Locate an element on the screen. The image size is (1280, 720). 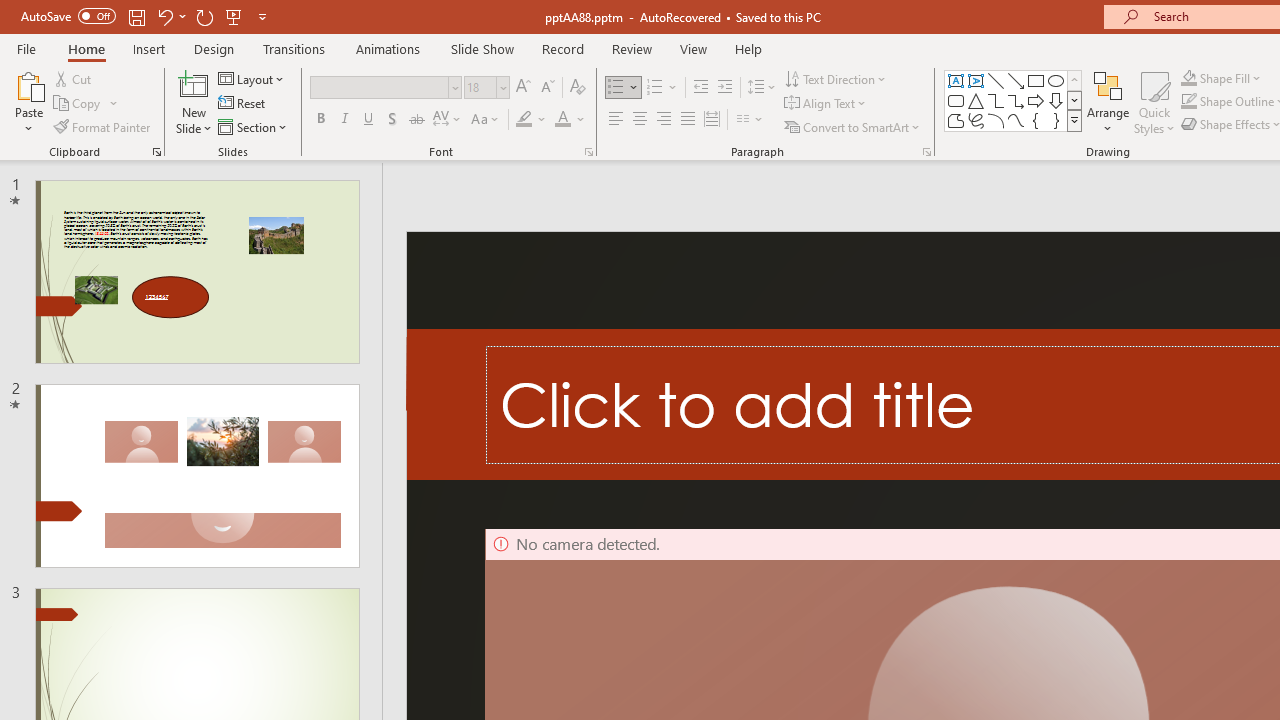
'Align Text' is located at coordinates (826, 103).